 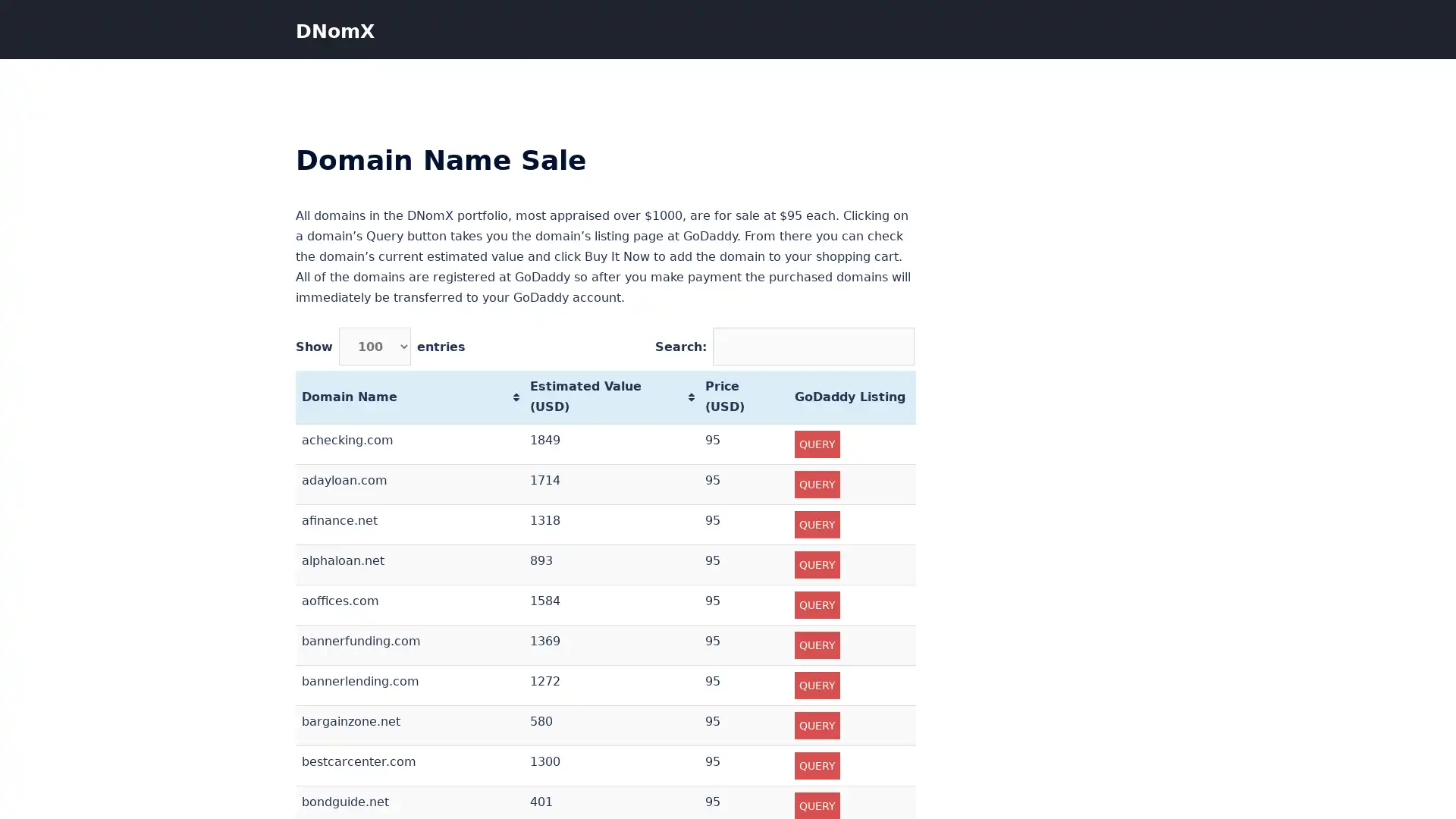 What do you see at coordinates (815, 523) in the screenshot?
I see `QUERY` at bounding box center [815, 523].